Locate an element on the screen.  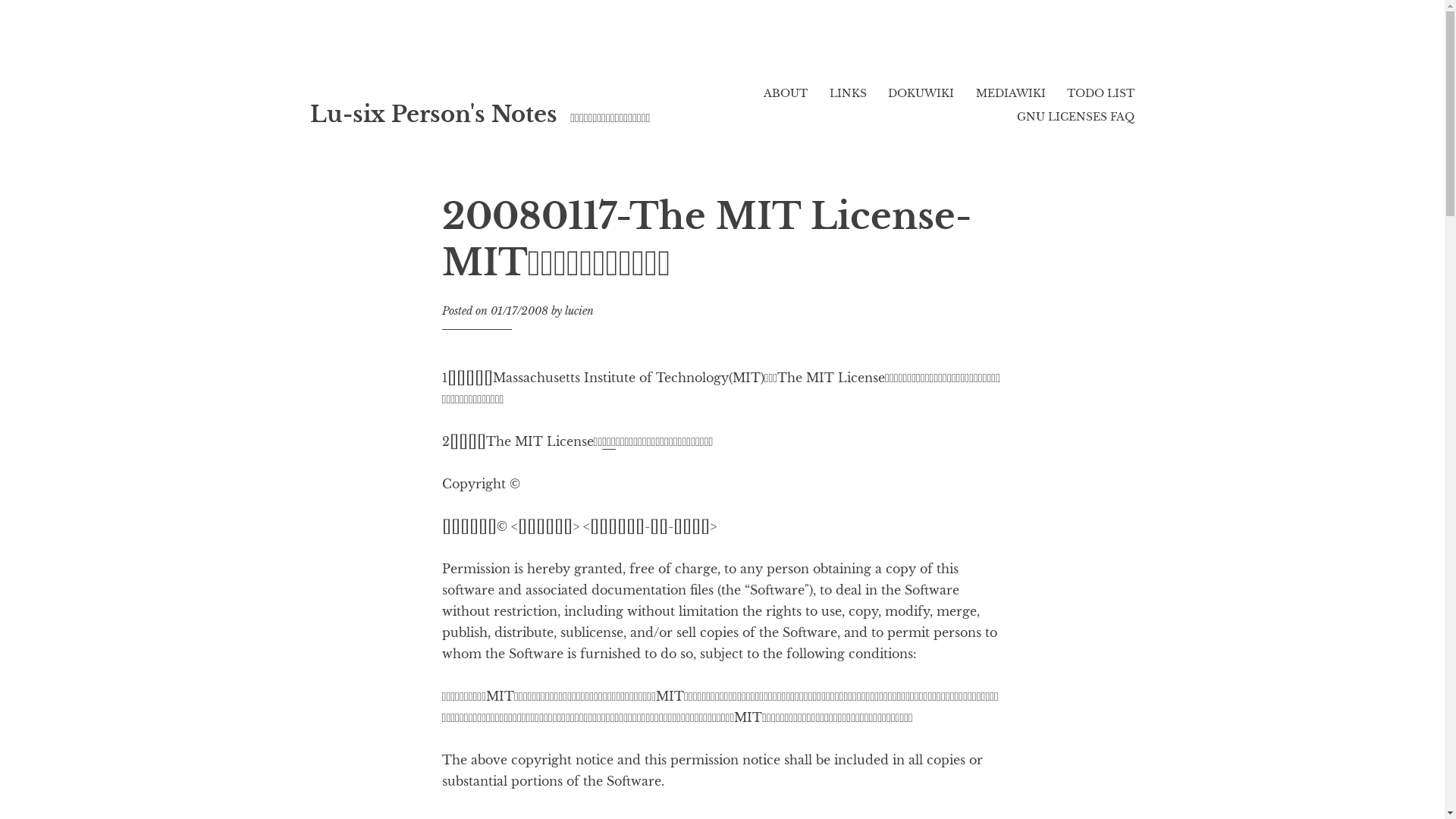
'MEDIAWIKI' is located at coordinates (975, 93).